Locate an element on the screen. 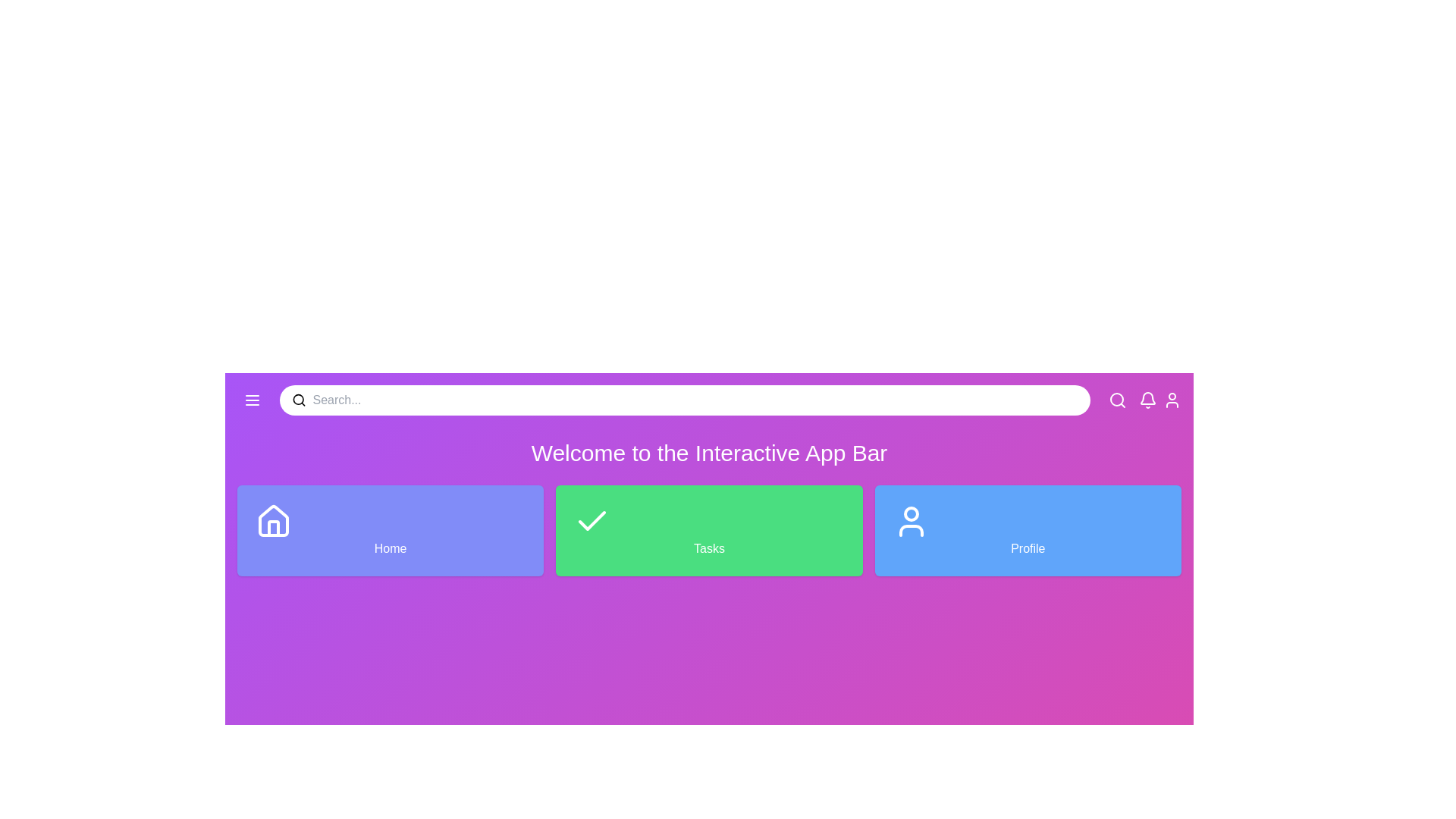 The width and height of the screenshot is (1456, 819). the navigation button menu is located at coordinates (252, 400).